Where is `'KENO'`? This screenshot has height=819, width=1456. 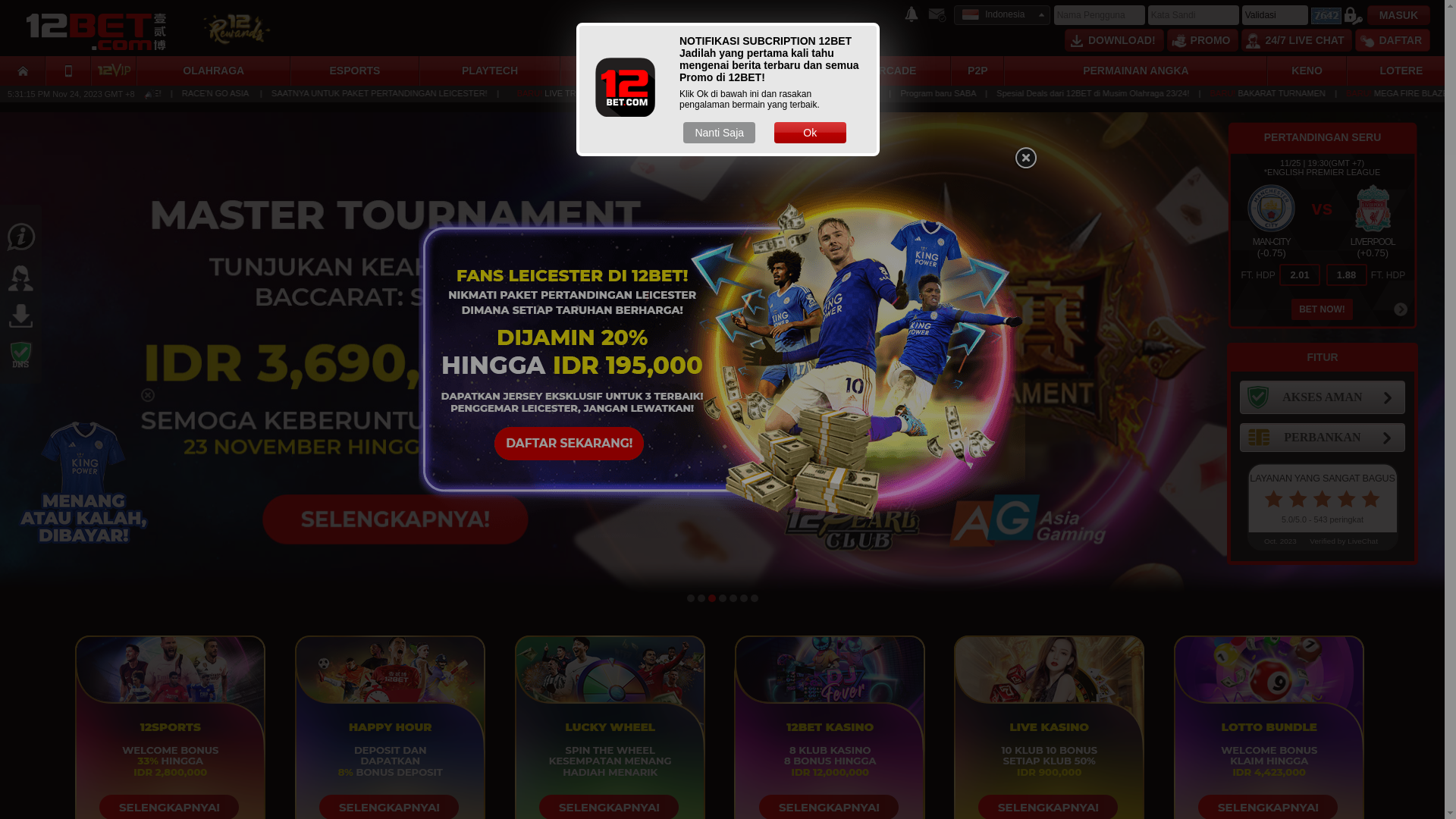
'KENO' is located at coordinates (1266, 71).